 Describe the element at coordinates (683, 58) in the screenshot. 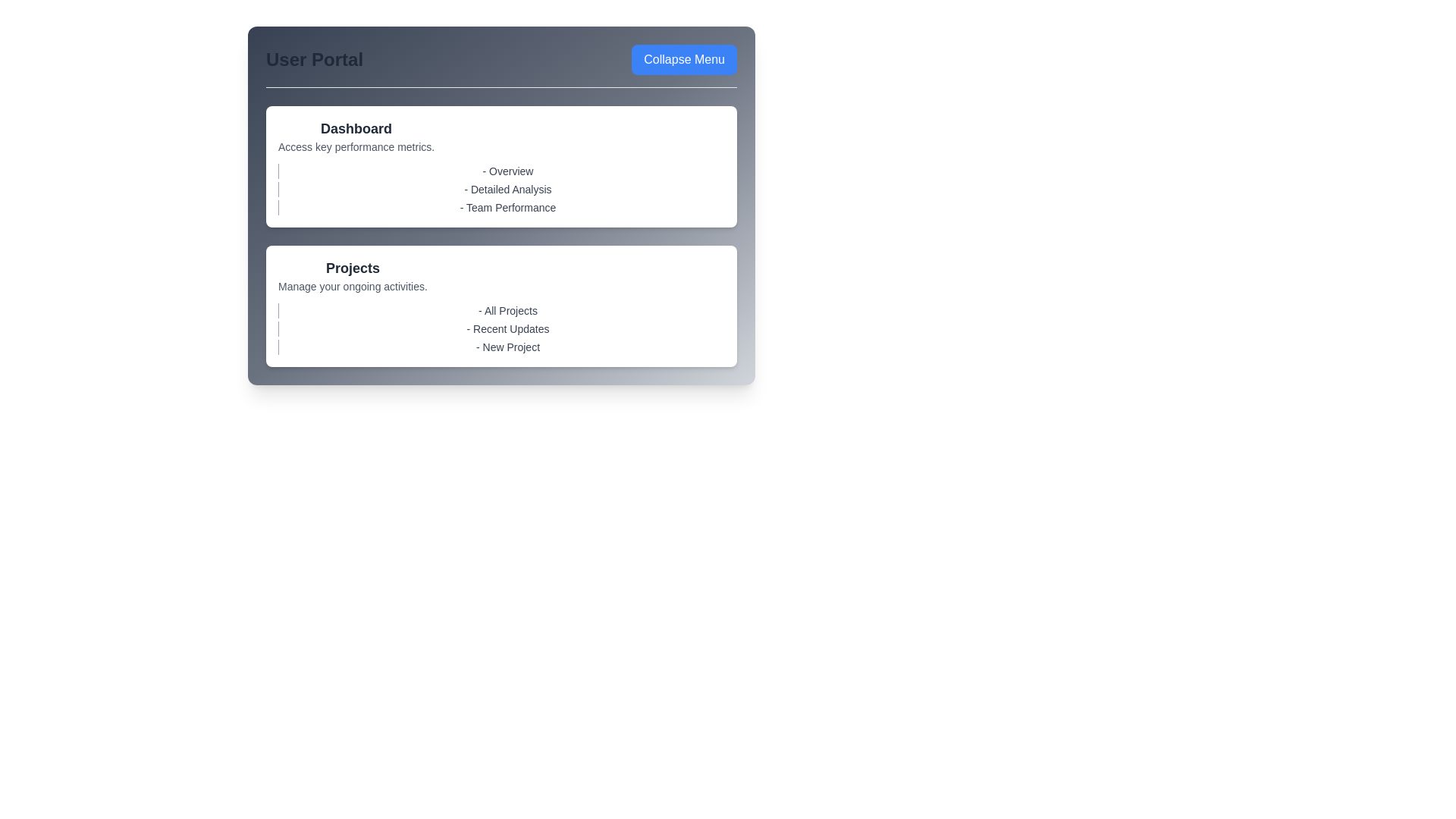

I see `the 'Collapse Menu' button to toggle the menu visibility` at that location.